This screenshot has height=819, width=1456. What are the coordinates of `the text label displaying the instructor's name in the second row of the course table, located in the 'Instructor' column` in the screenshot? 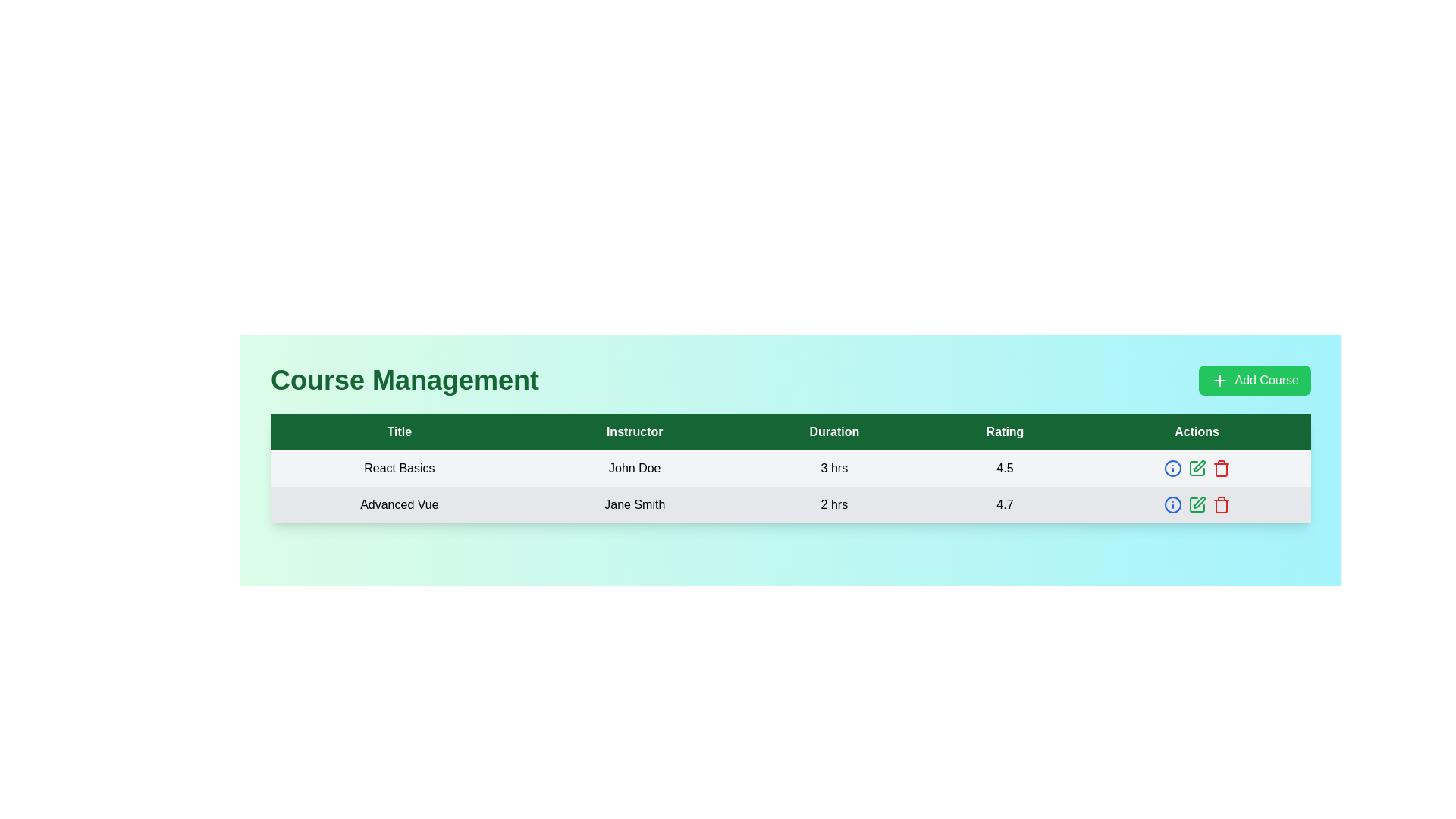 It's located at (635, 505).